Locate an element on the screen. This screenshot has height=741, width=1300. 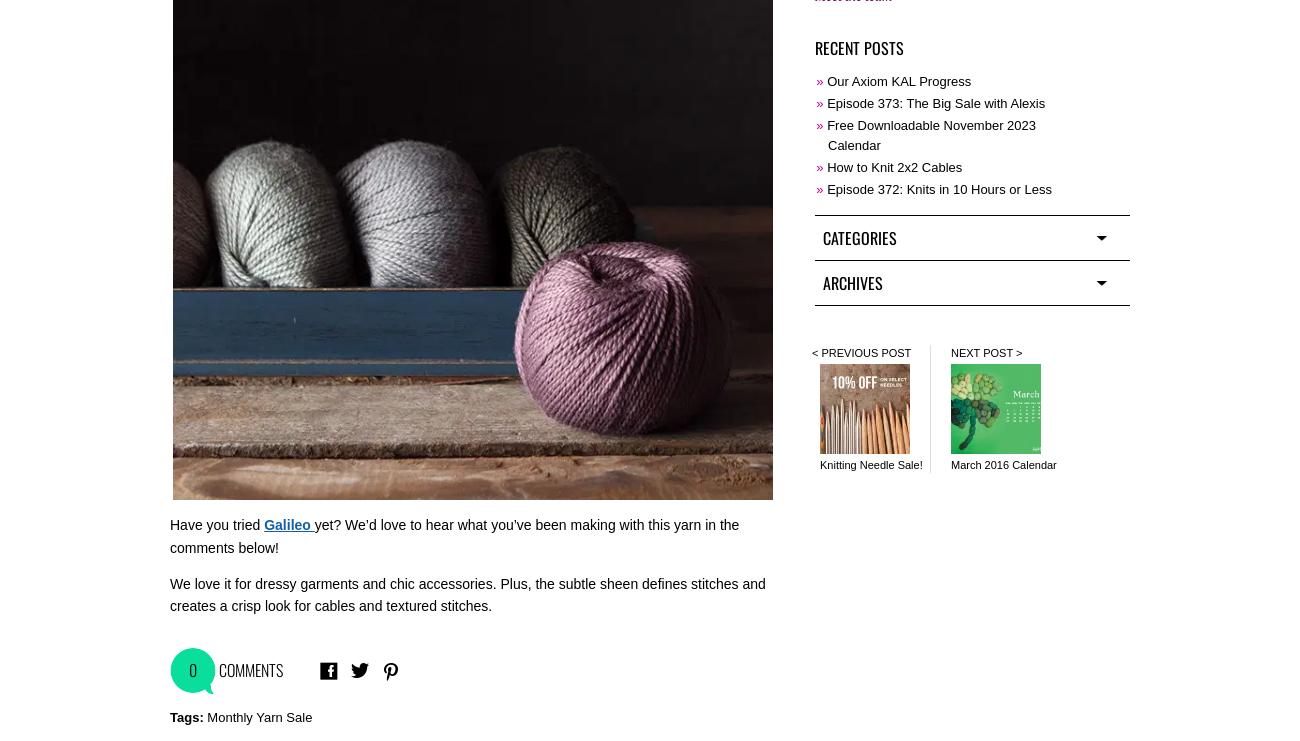
'yet? We’d love to hear what you’ve been making with this yarn in the comments below!' is located at coordinates (453, 534).